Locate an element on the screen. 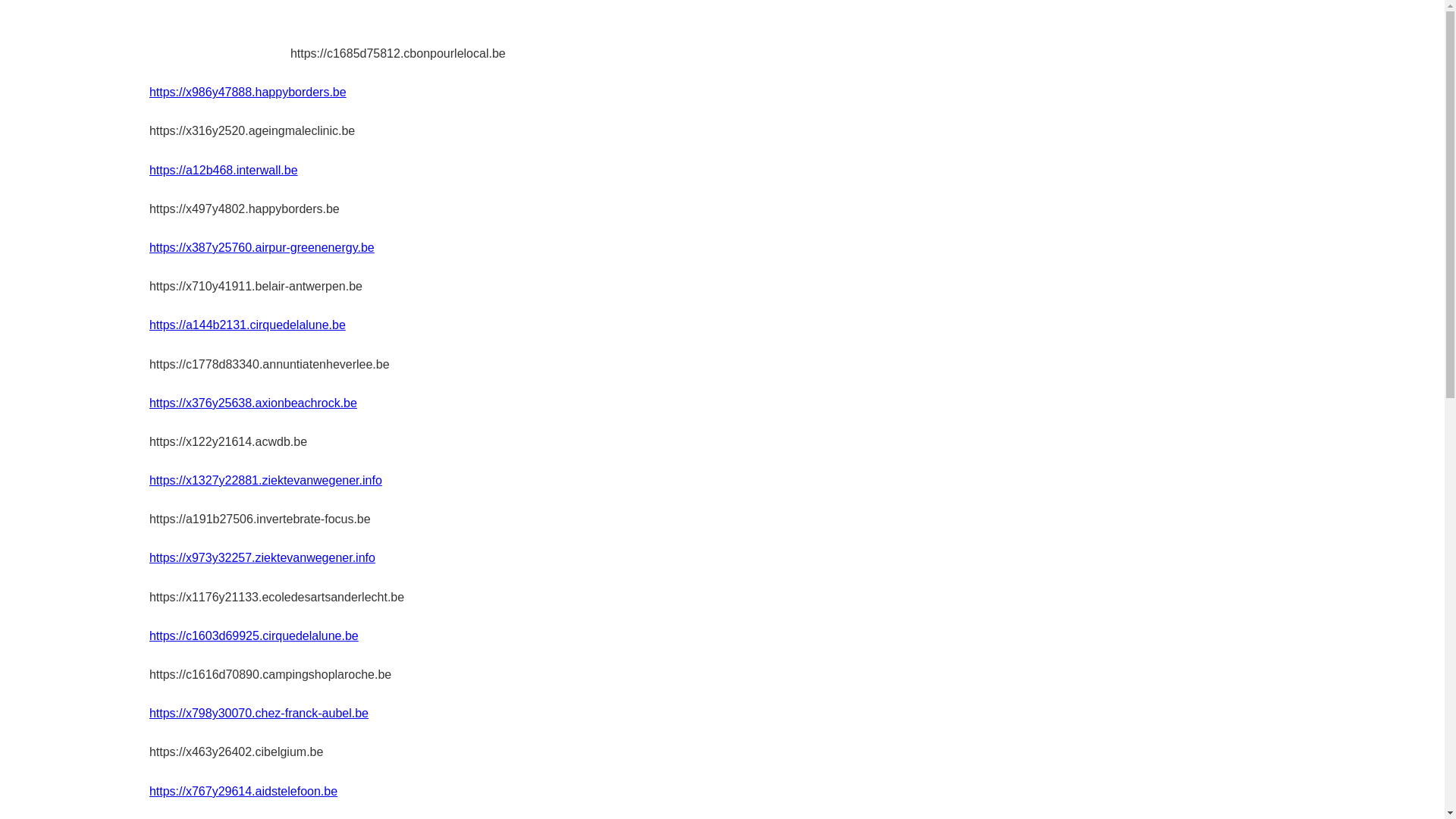  'https://x973y32257.ziektevanwegener.info' is located at coordinates (262, 557).